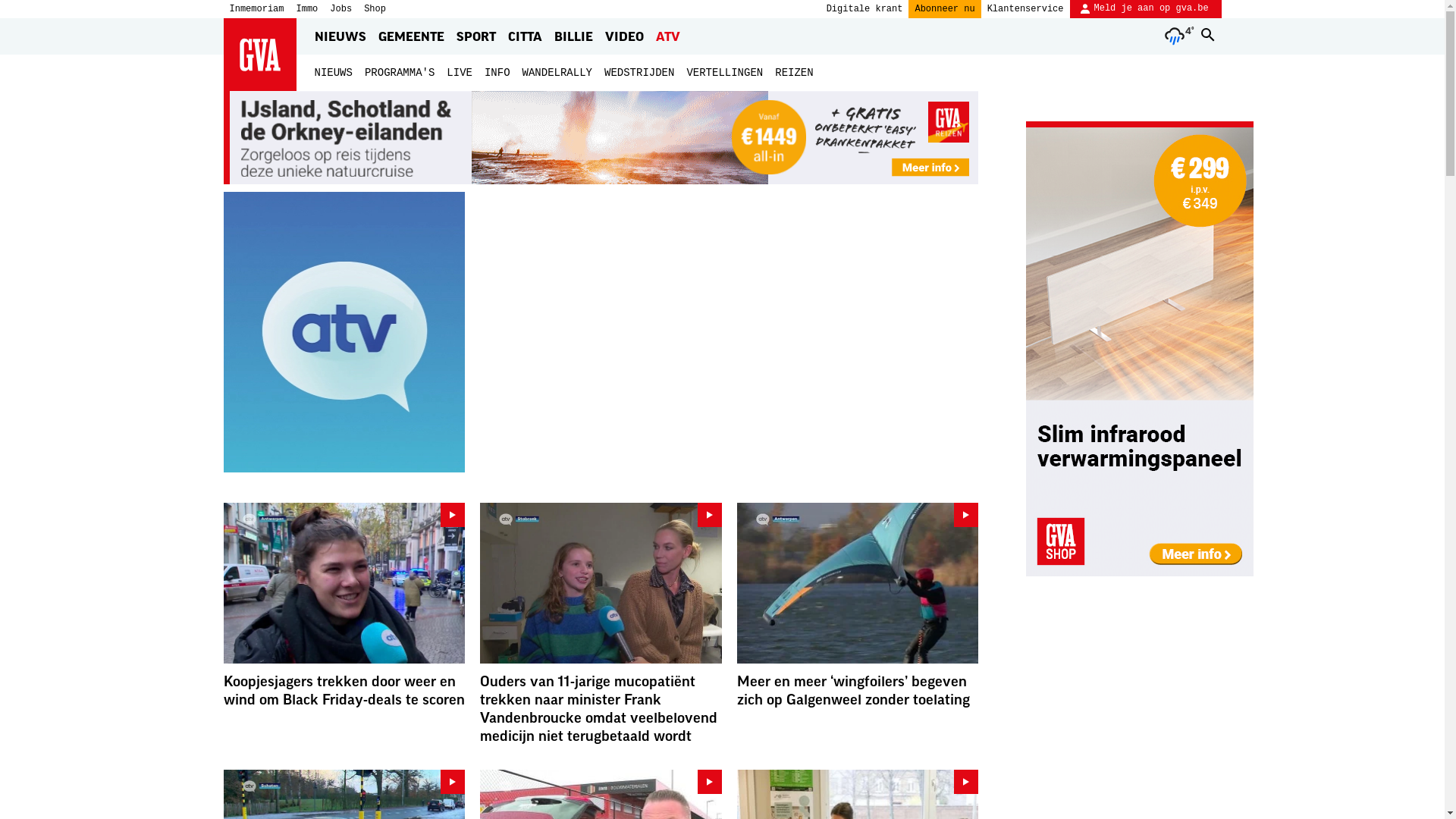  What do you see at coordinates (624, 35) in the screenshot?
I see `'VIDEO'` at bounding box center [624, 35].